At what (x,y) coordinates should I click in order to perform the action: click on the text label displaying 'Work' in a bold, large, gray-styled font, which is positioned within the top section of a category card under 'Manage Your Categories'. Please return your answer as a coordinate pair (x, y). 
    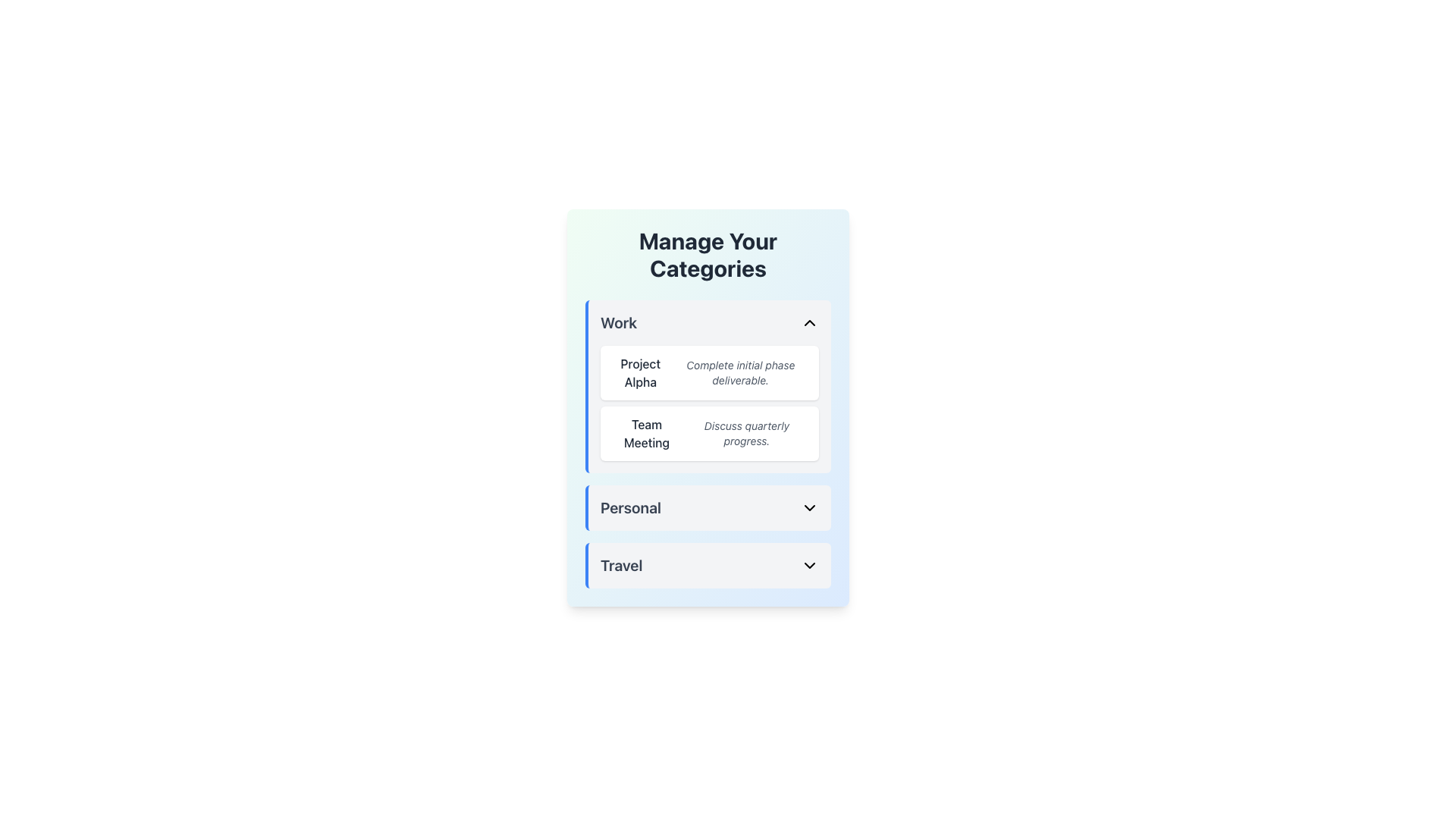
    Looking at the image, I should click on (619, 322).